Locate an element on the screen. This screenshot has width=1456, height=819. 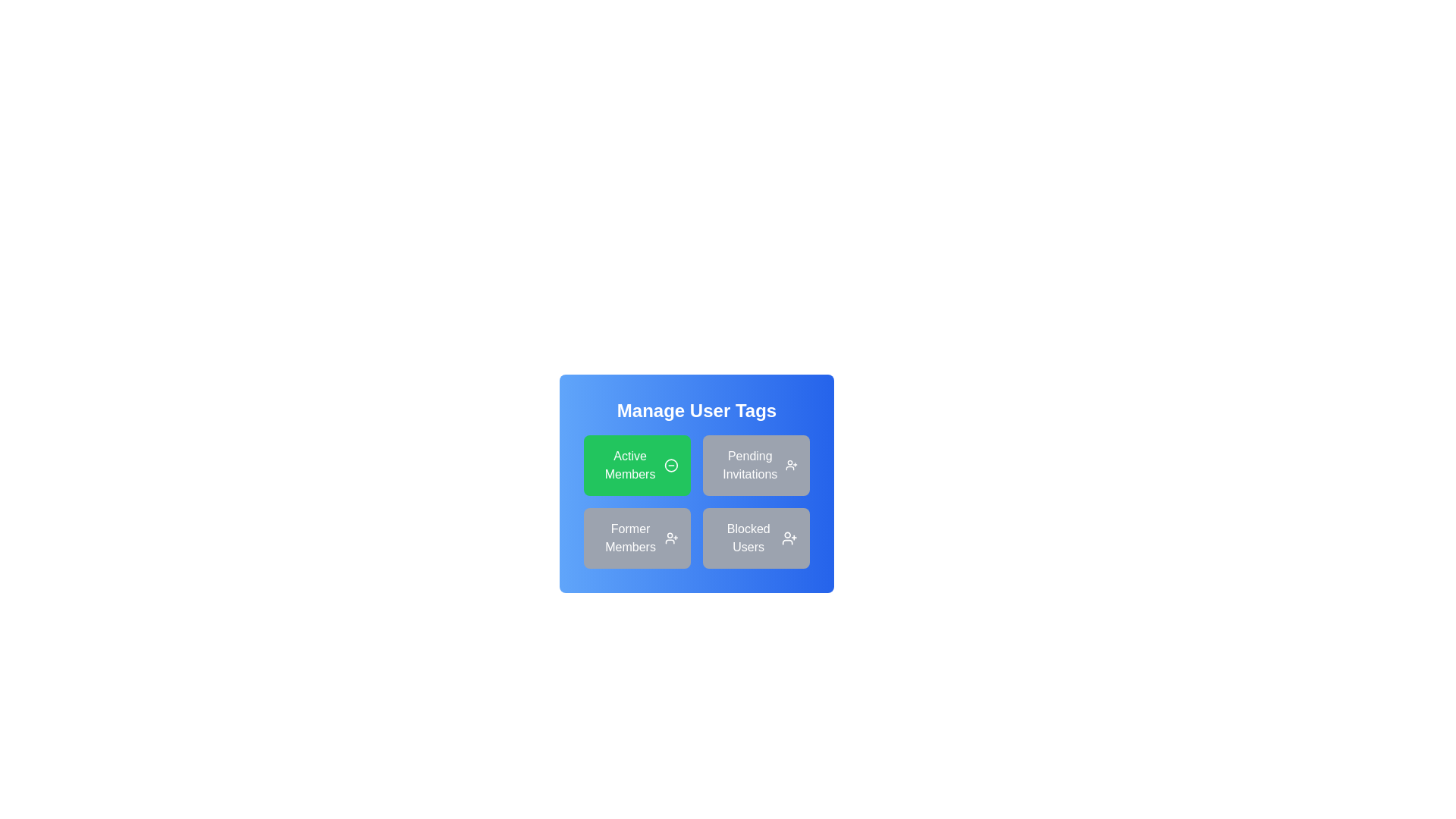
the button related to 'Former Members' located in the lower-left corner of the button grid to trigger a tooltip or visual change is located at coordinates (637, 537).